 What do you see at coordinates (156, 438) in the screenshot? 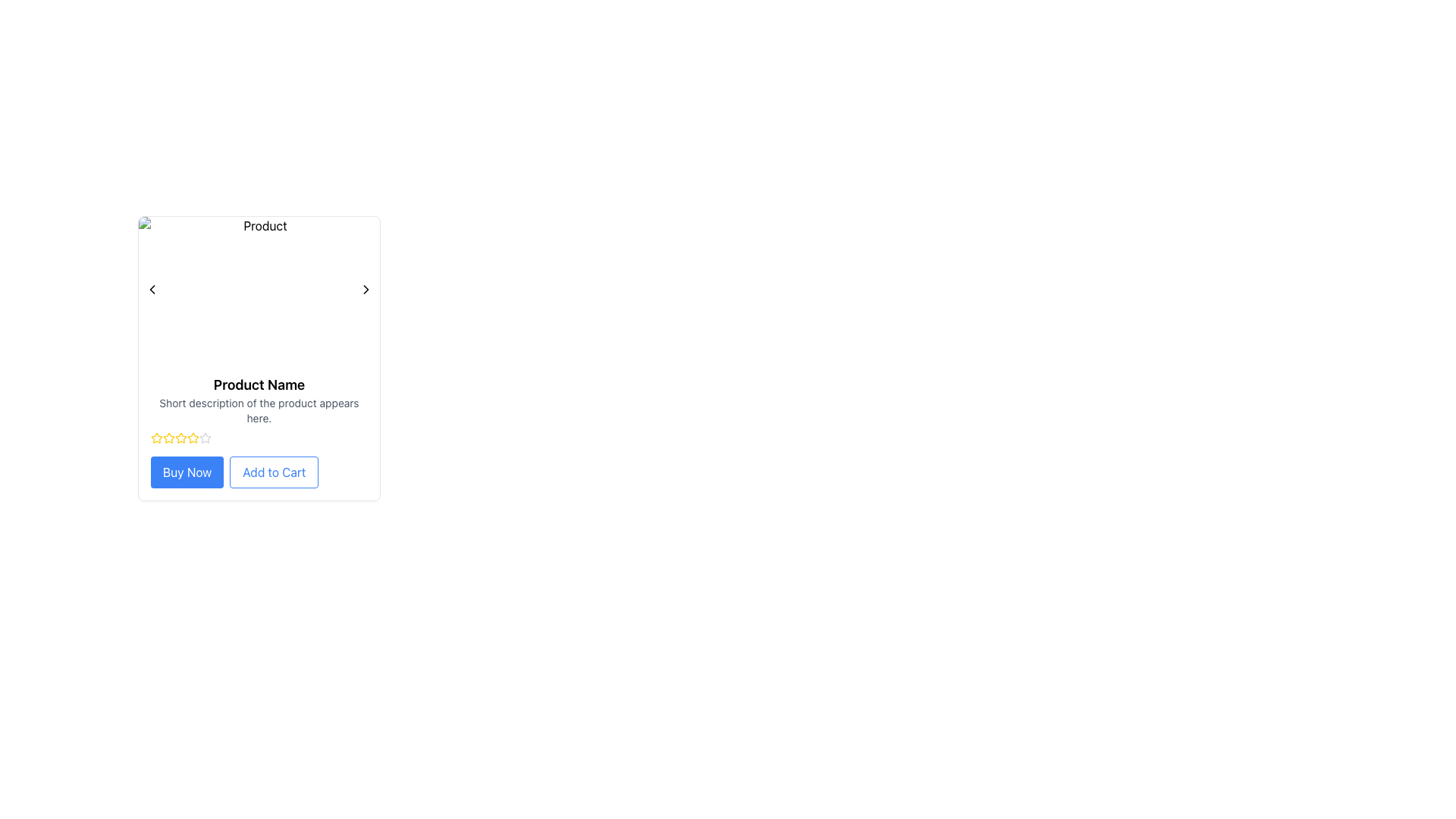
I see `the second star icon` at bounding box center [156, 438].